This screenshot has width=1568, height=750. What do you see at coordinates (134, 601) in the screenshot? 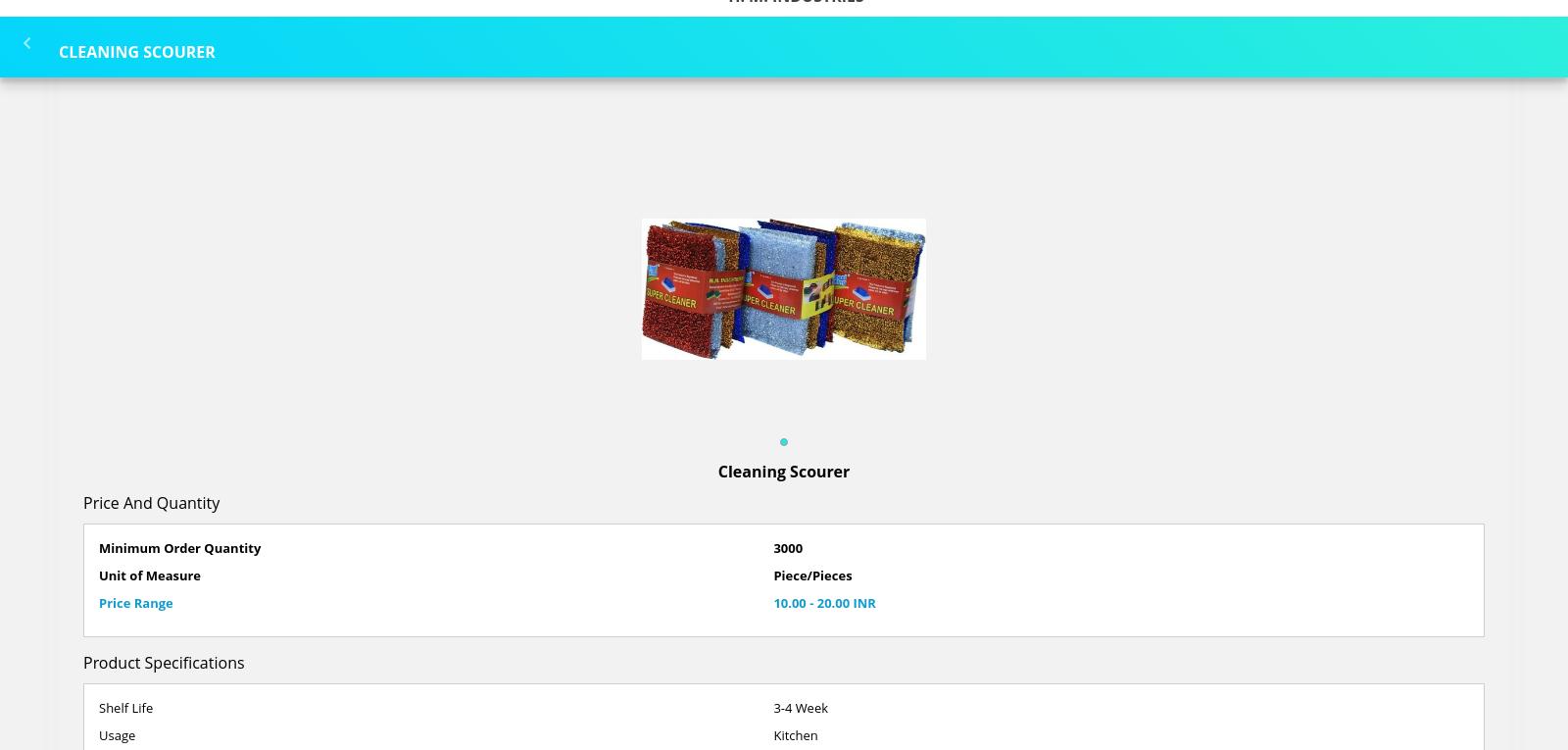
I see `'Price Range'` at bounding box center [134, 601].